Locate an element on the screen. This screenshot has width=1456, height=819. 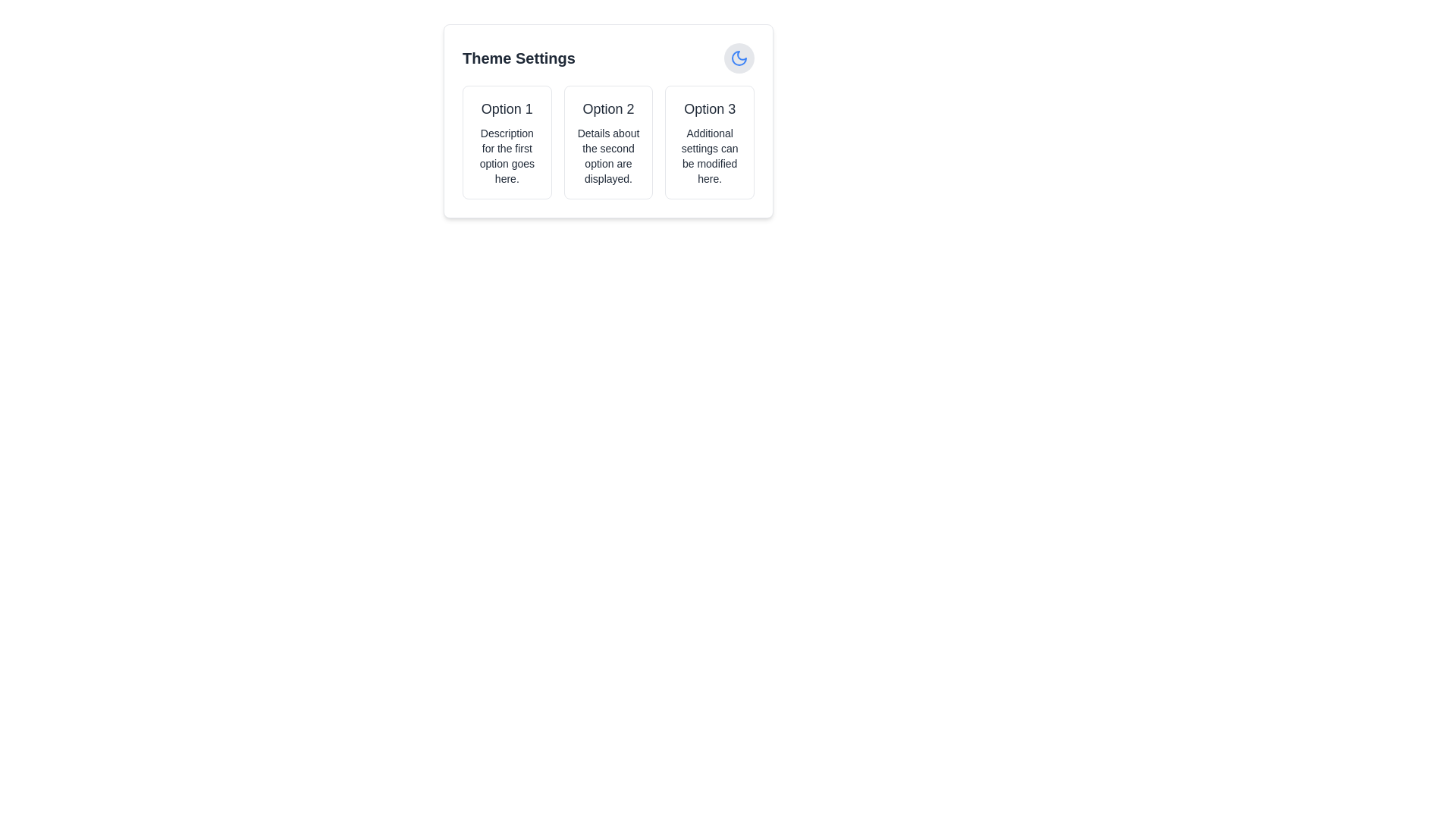
the card element titled 'Option 2' which features a bold title and a description about the second option, located in the 'Theme Settings' section is located at coordinates (608, 143).